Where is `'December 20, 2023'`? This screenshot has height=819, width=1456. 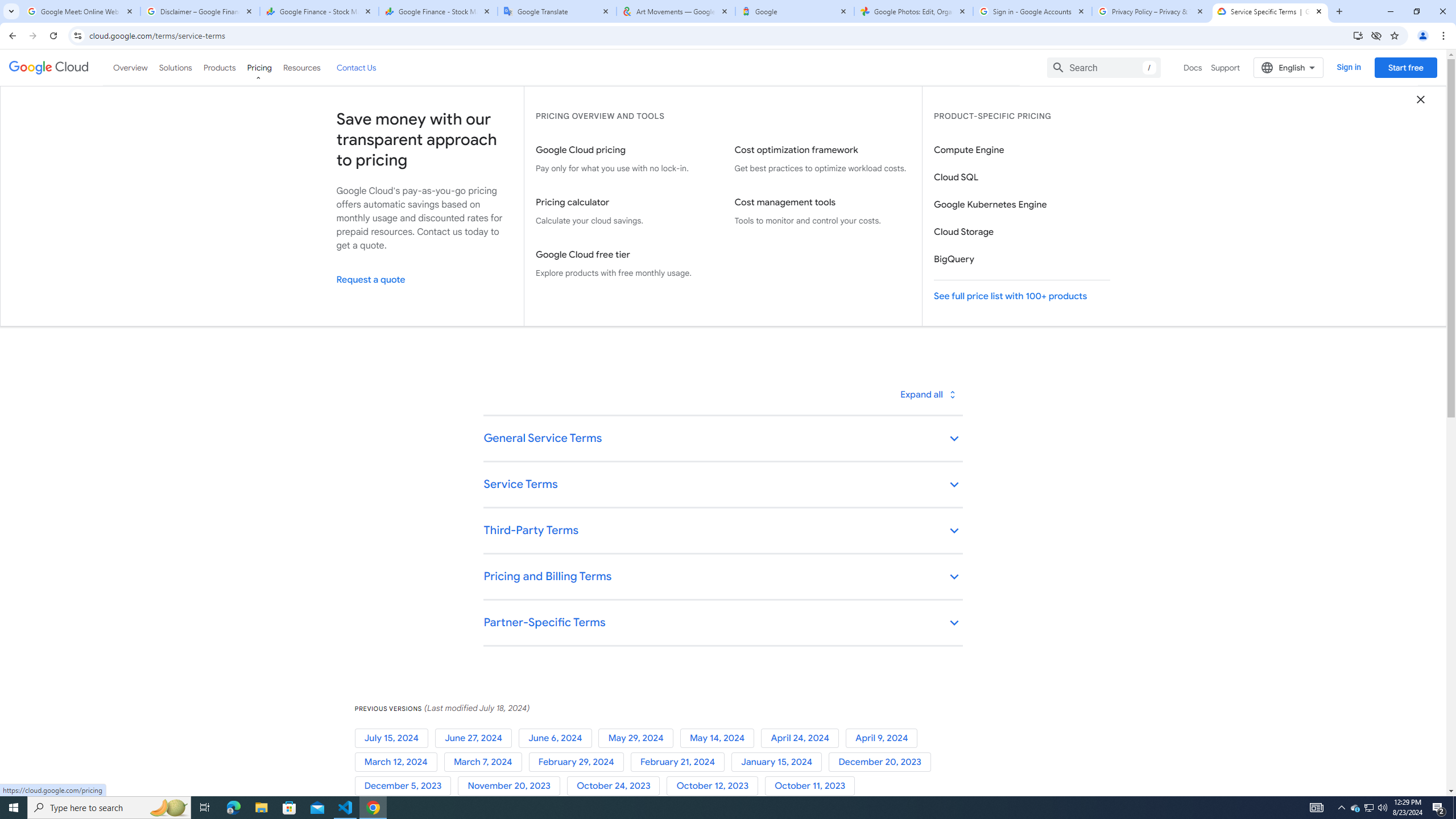
'December 20, 2023' is located at coordinates (882, 761).